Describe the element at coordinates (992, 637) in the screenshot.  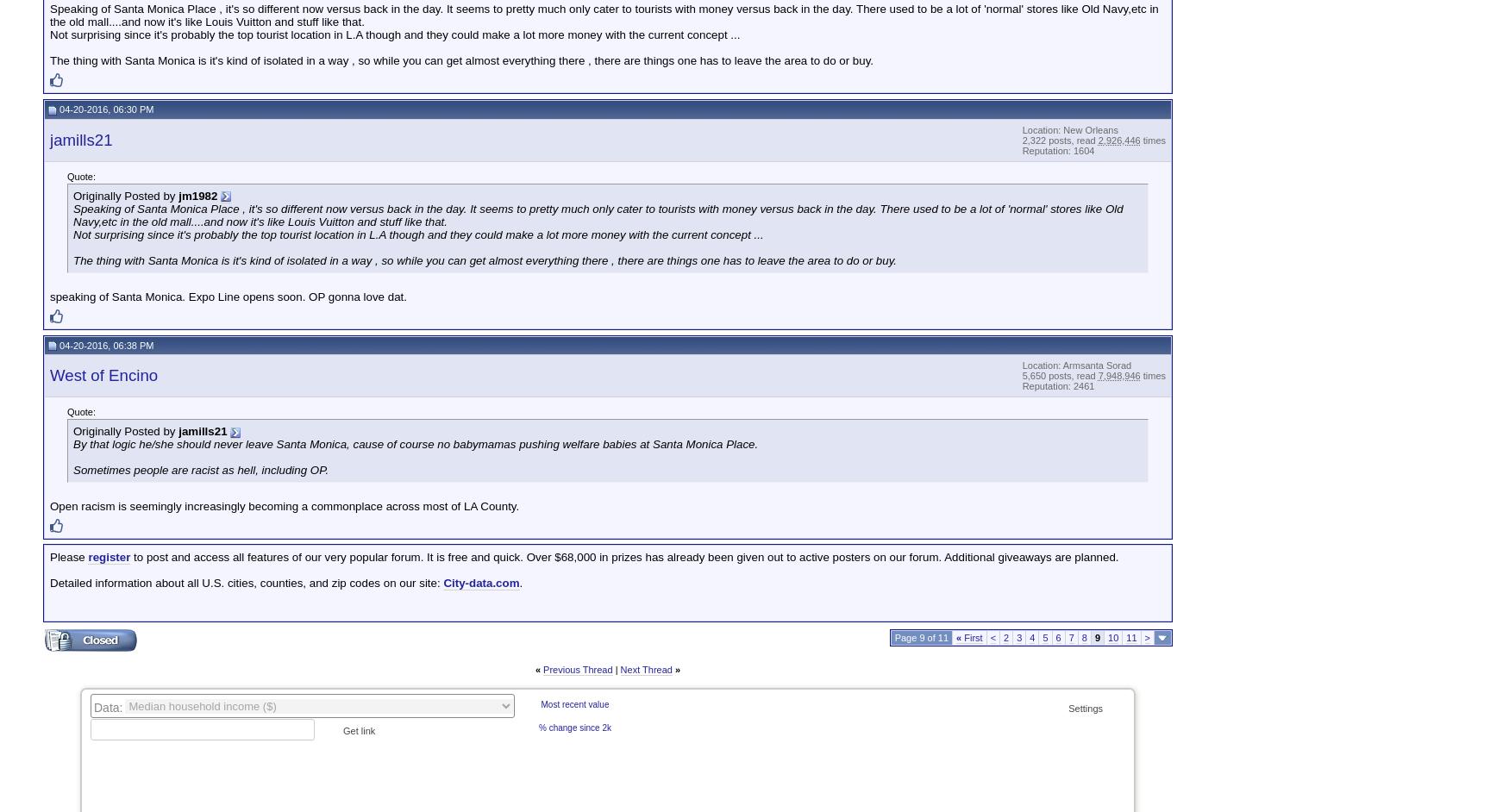
I see `'<'` at that location.